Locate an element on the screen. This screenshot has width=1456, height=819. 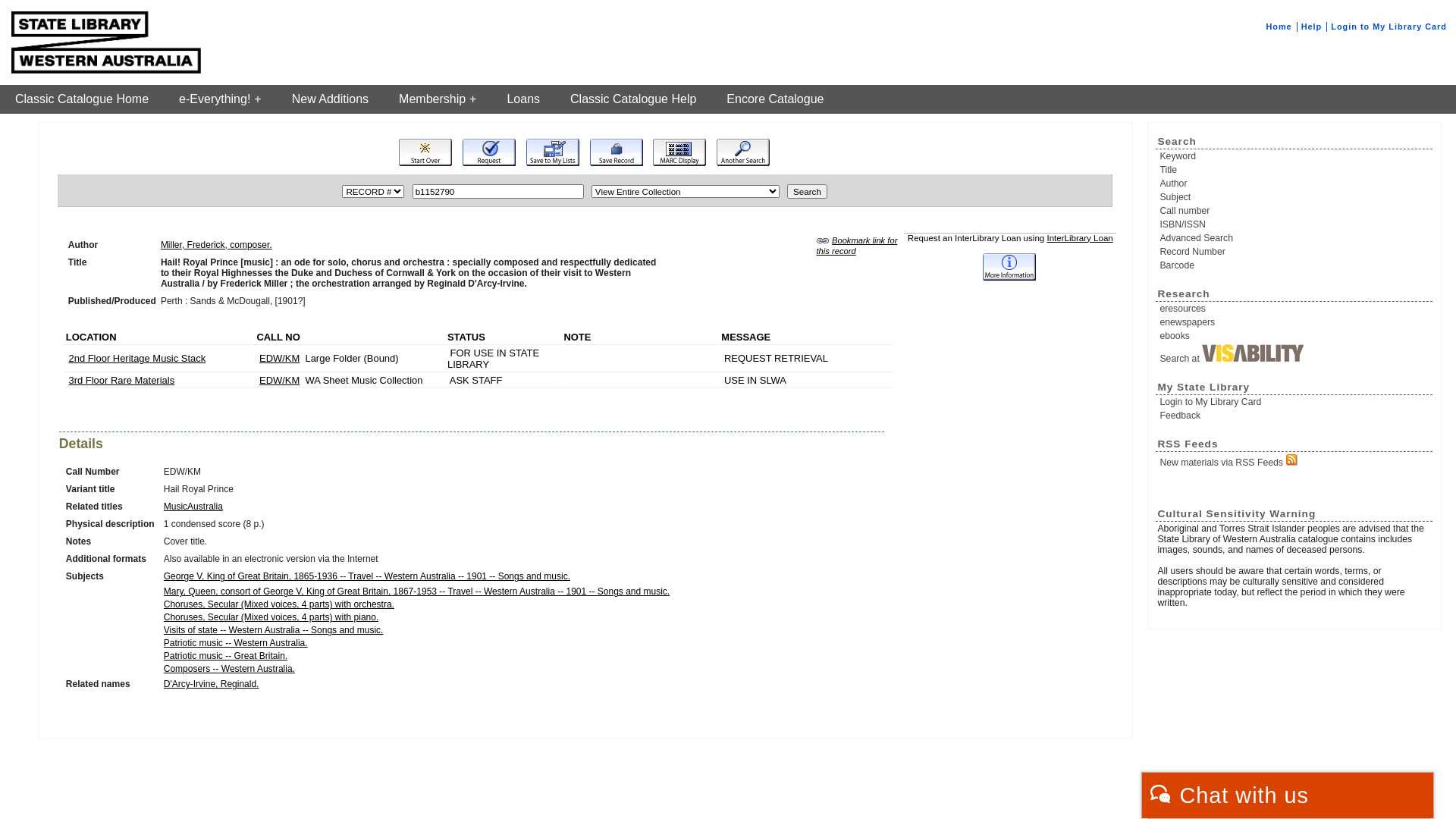
'Encore Catalogue' is located at coordinates (710, 99).